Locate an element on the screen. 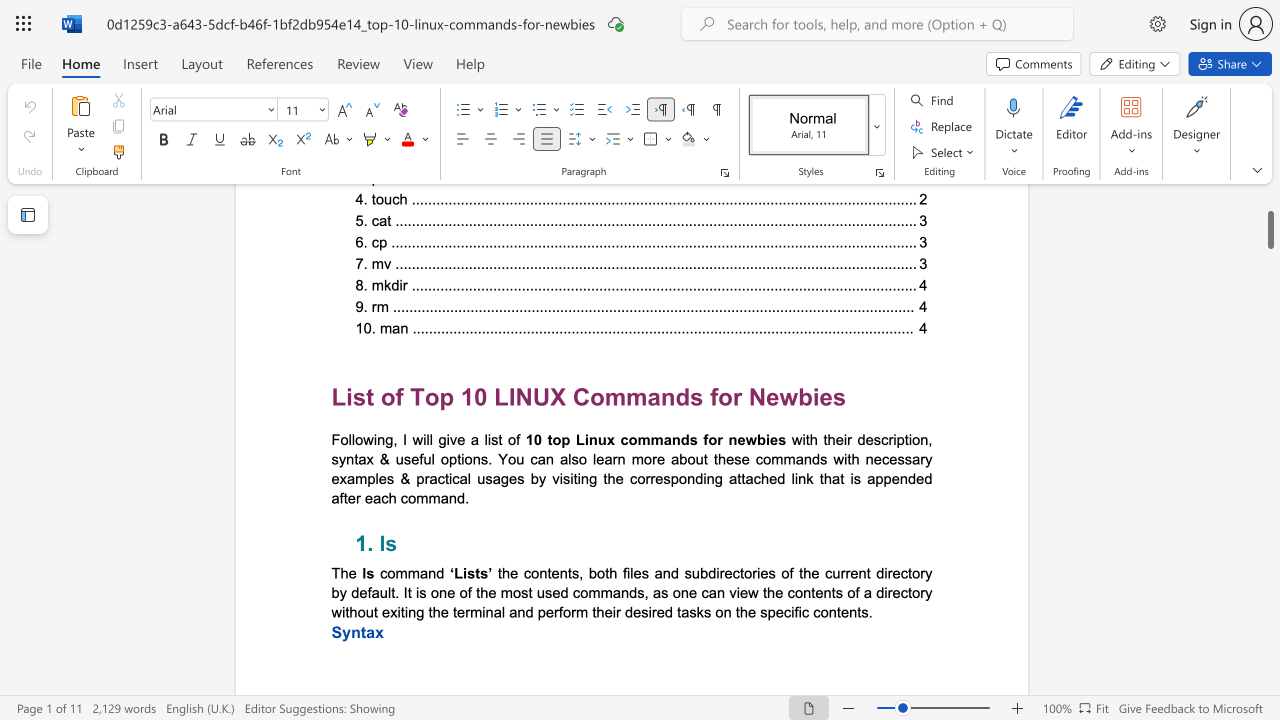 This screenshot has width=1280, height=720. the 2th character "d" in the text is located at coordinates (816, 459).